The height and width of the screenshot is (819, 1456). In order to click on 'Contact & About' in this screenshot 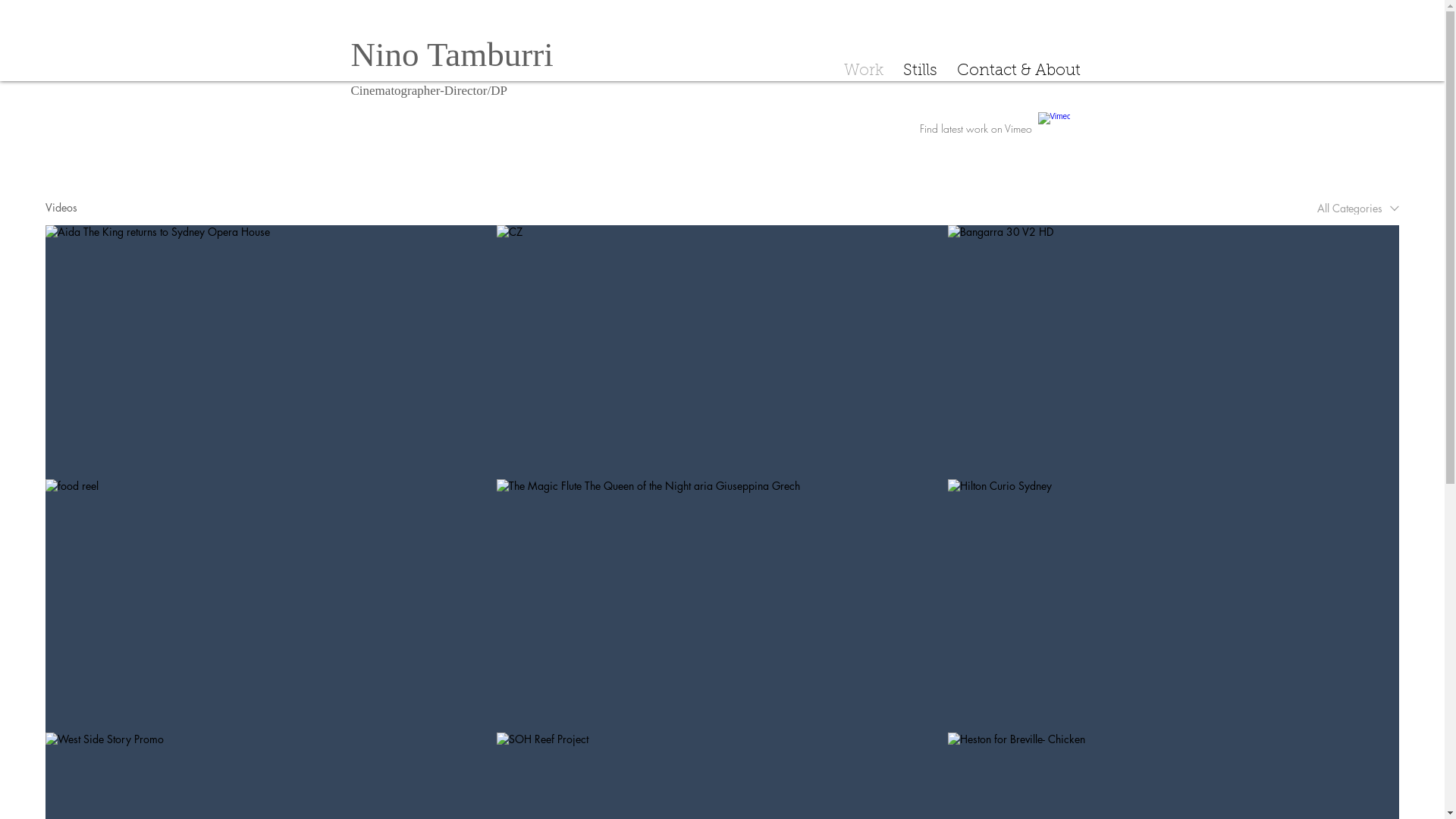, I will do `click(1018, 67)`.